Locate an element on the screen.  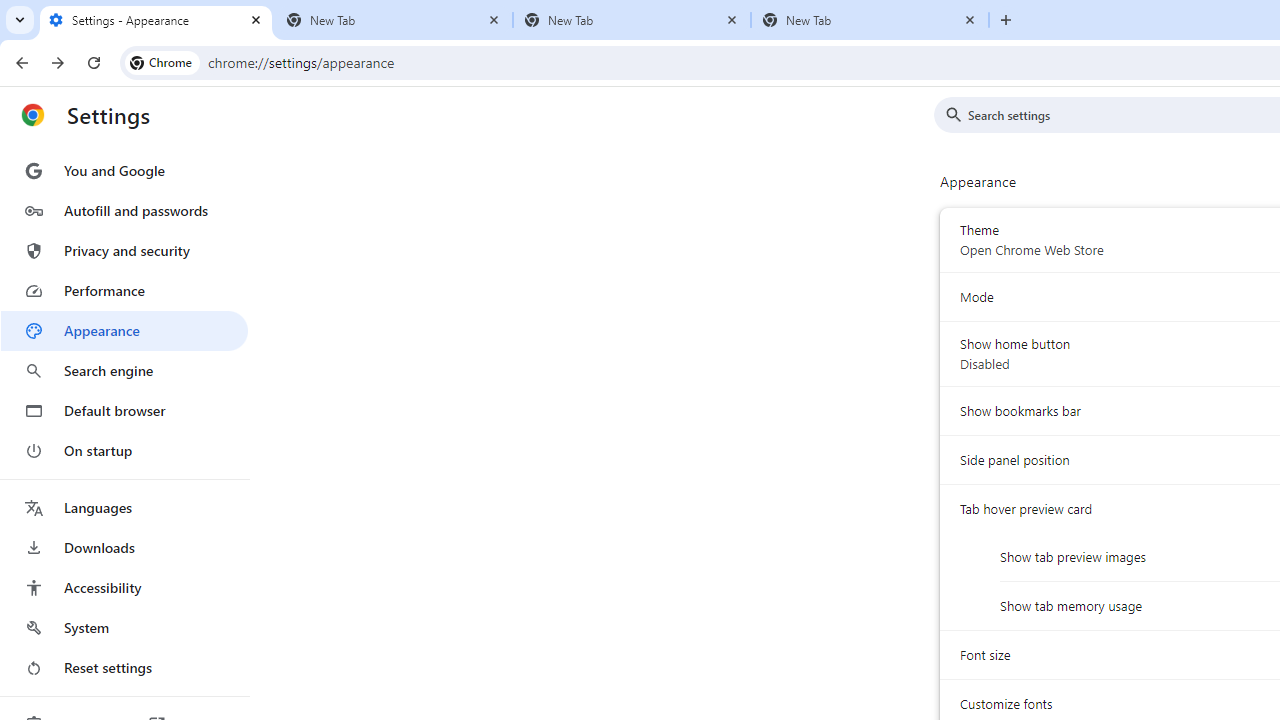
'On startup' is located at coordinates (123, 451).